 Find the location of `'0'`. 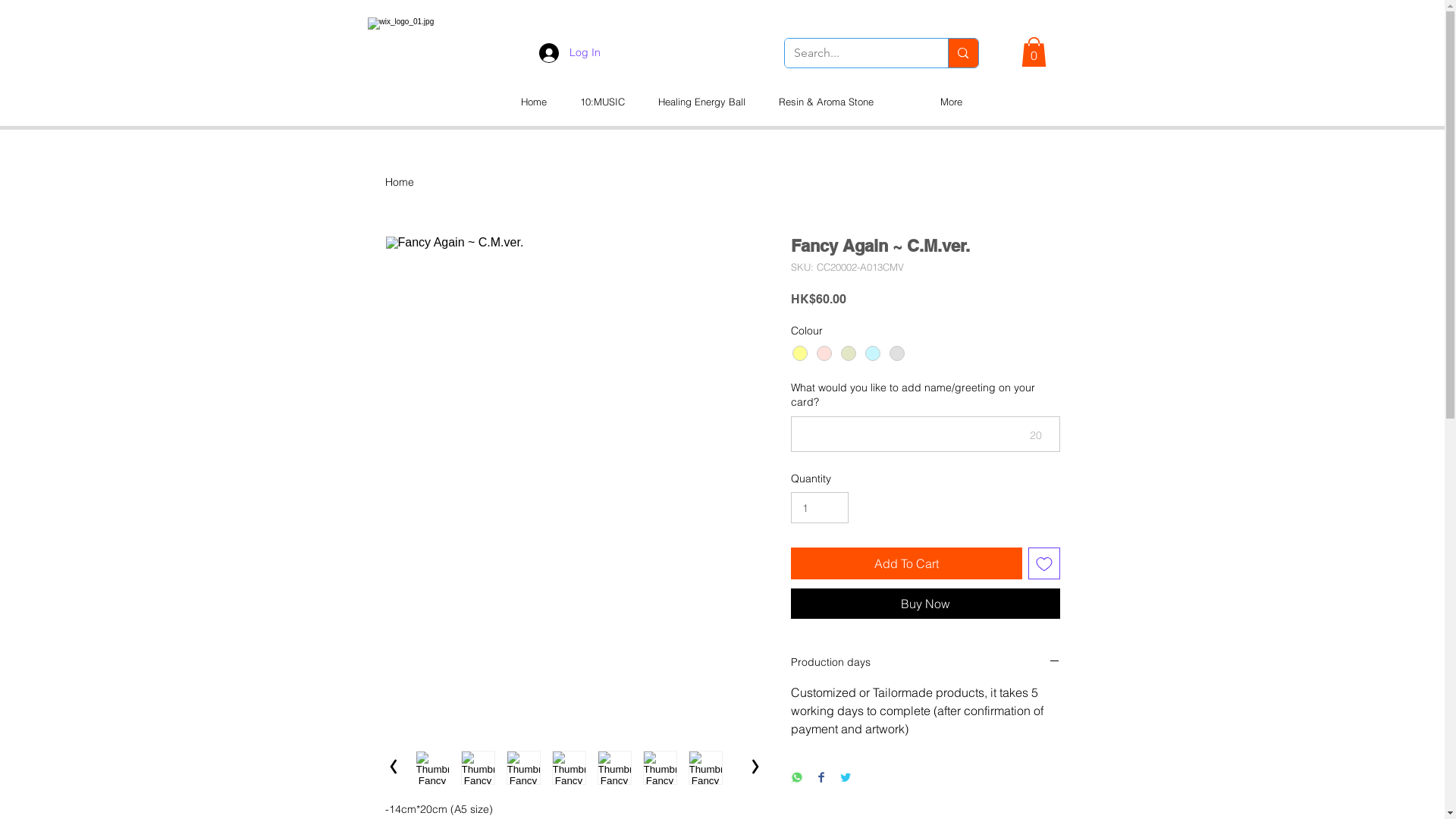

'0' is located at coordinates (1032, 51).